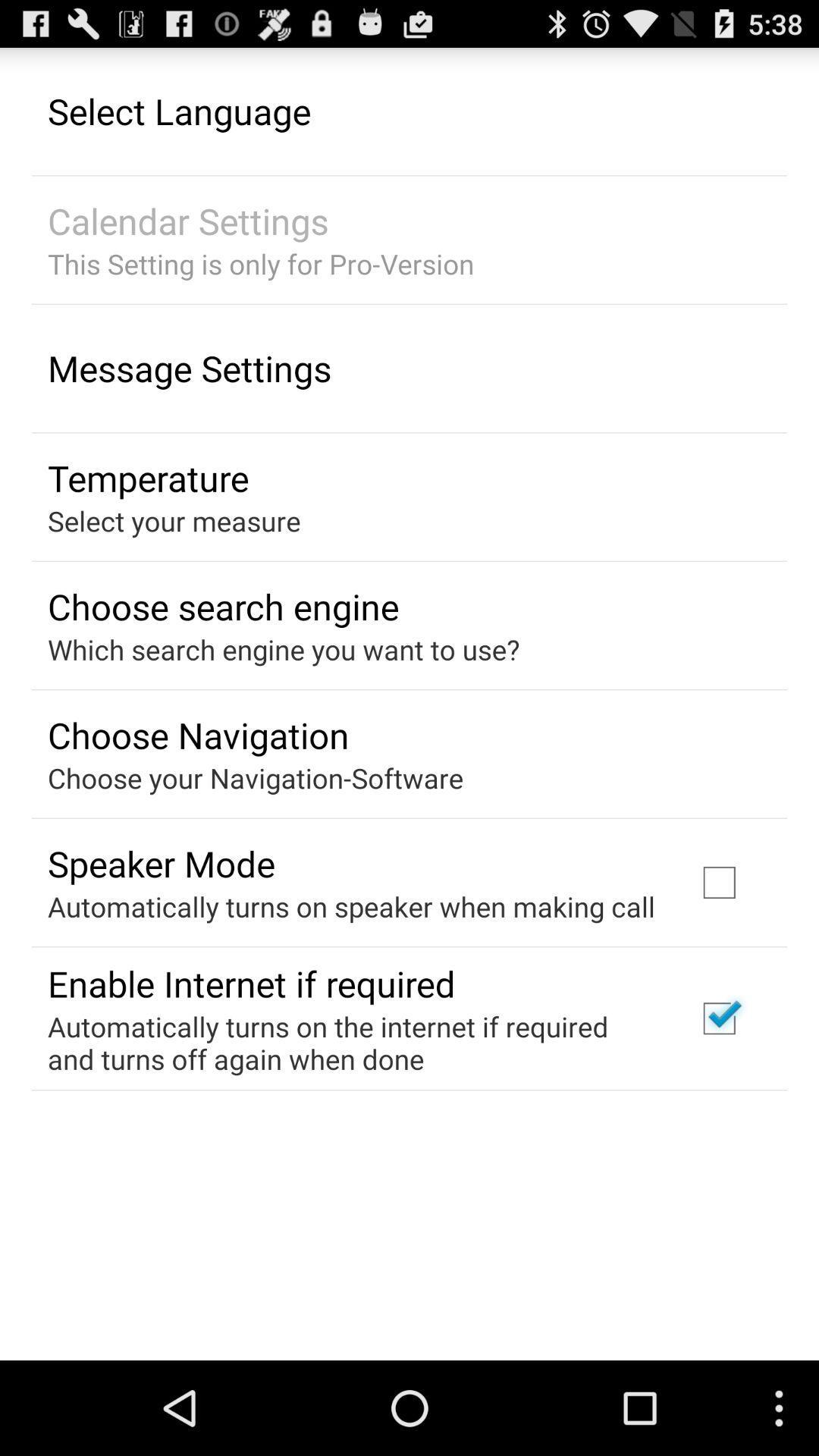 The image size is (819, 1456). I want to click on the item below the choose your navigation app, so click(161, 863).